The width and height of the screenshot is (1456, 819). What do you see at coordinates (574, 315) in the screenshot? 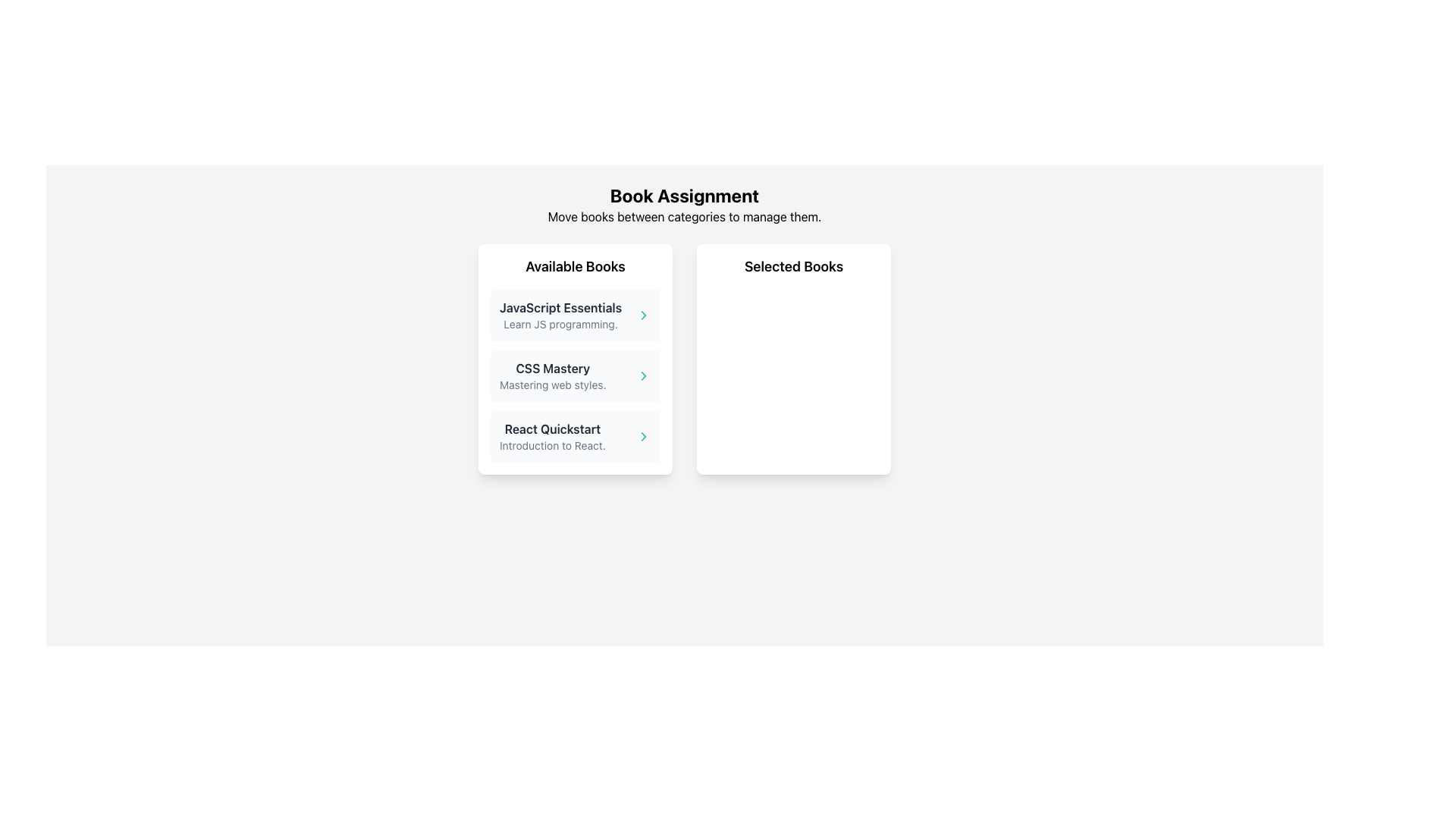
I see `the first list item in the 'Available Books' section that represents the book titled 'JavaScript Essentials'` at bounding box center [574, 315].